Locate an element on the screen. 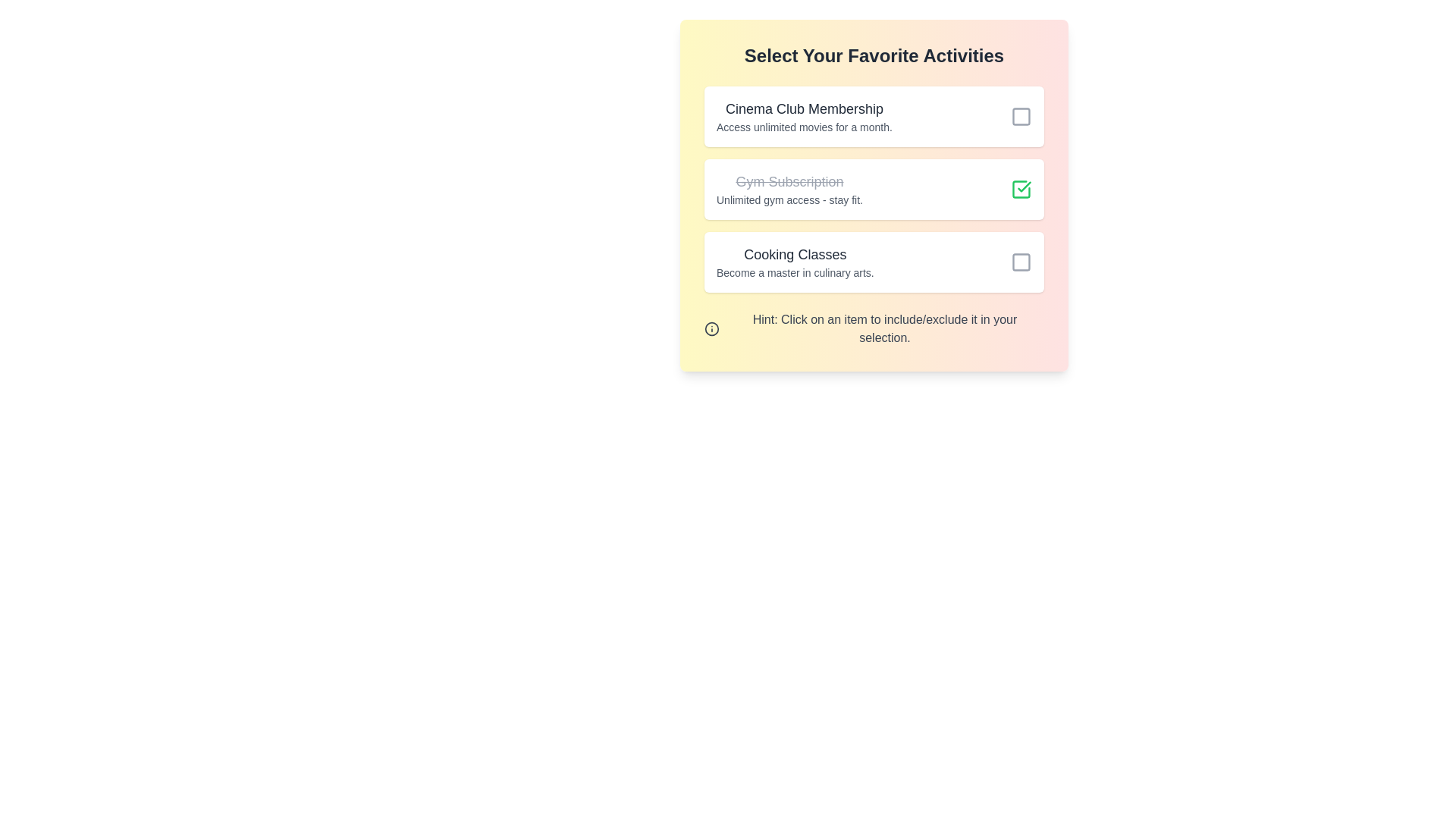 Image resolution: width=1456 pixels, height=819 pixels. the checkbox located on the right side of the row labeled 'Cinema Club Membership' to trigger potential tooltip or focus effects is located at coordinates (1021, 116).